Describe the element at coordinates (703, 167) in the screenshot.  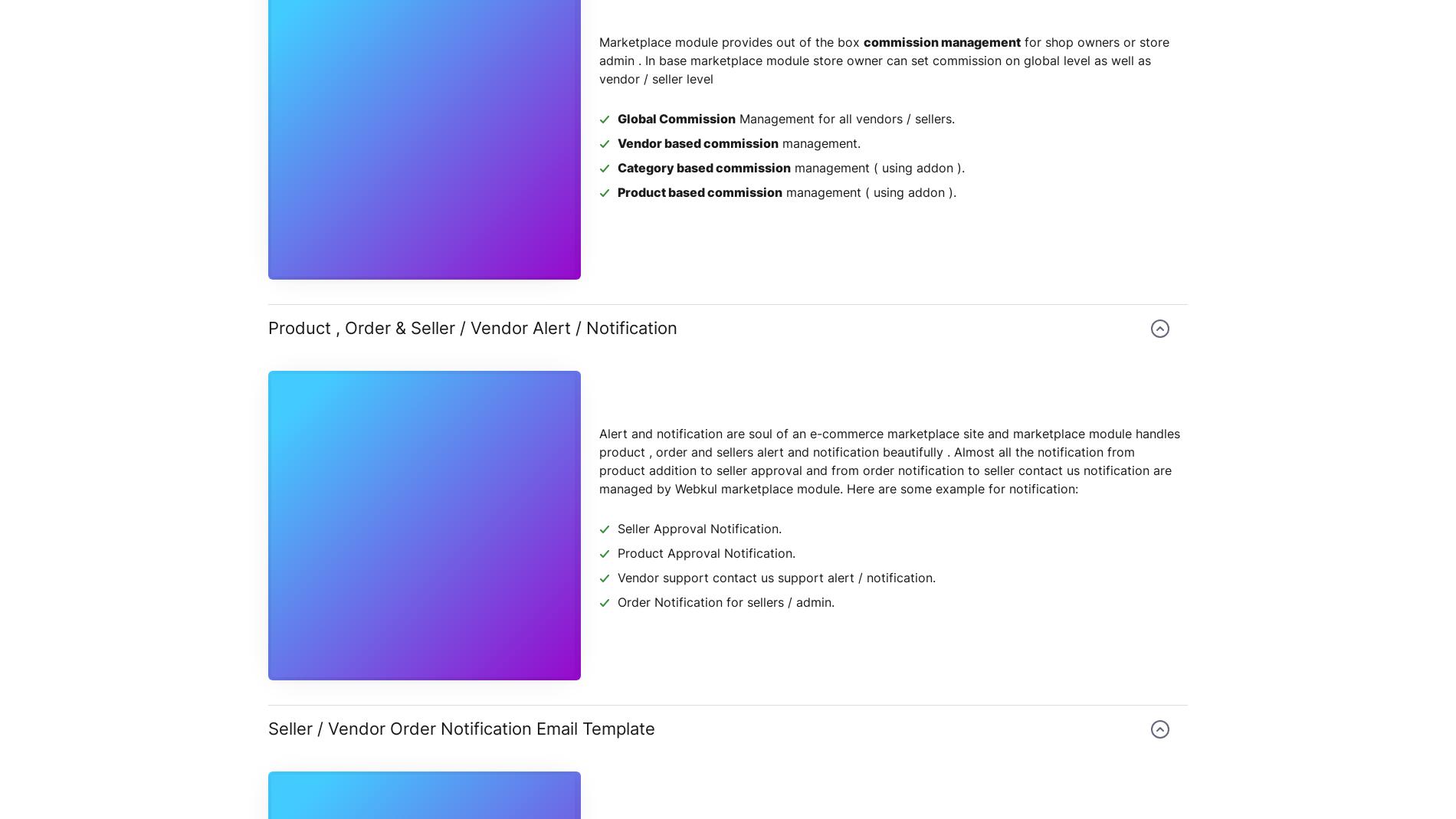
I see `'Category based commission'` at that location.